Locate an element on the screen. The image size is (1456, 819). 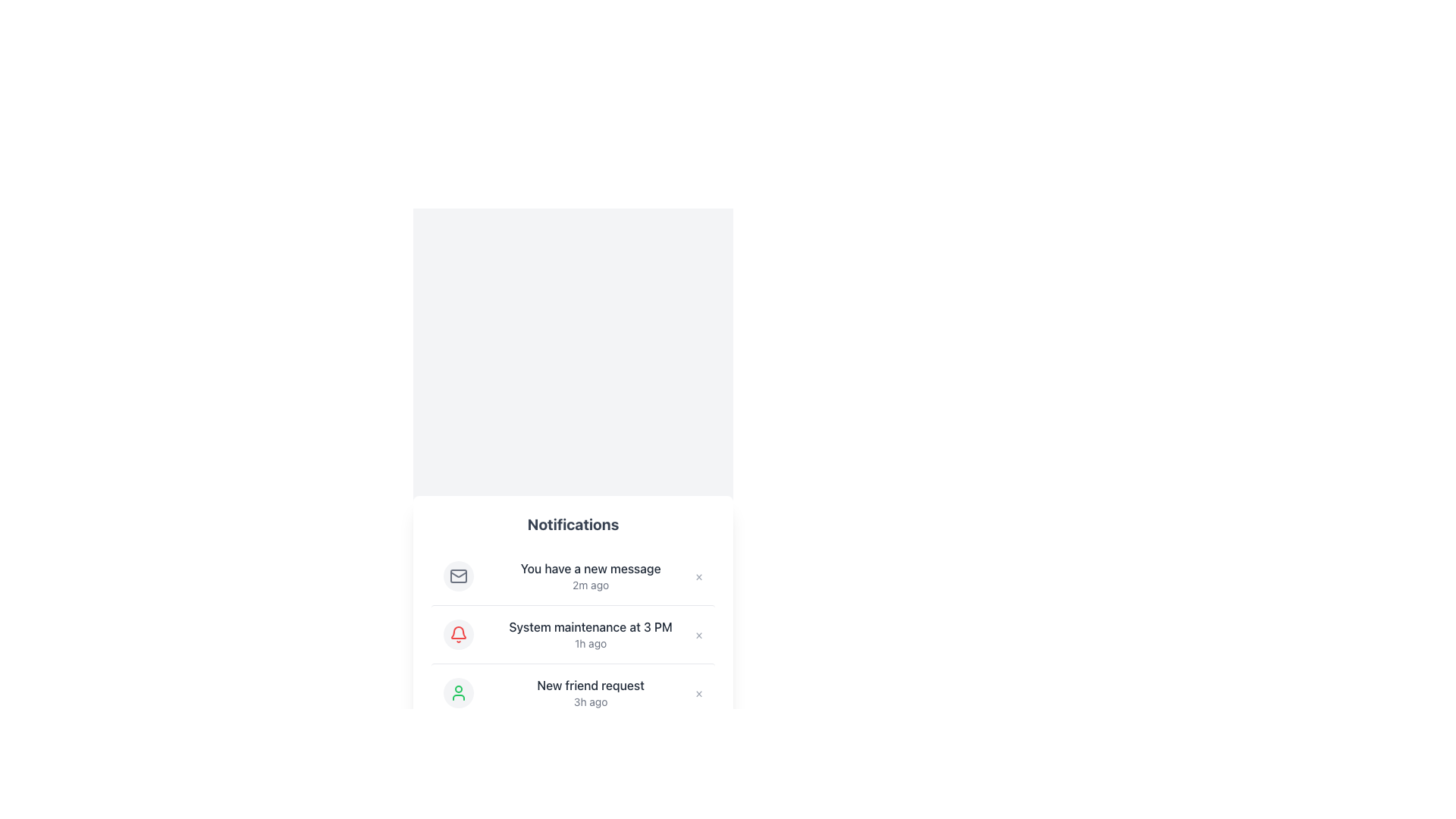
the mail or messaging icon that indicates a new message notification, which is positioned near the top left of the first notification item and aligned with the title text 'You have a new message' is located at coordinates (457, 576).